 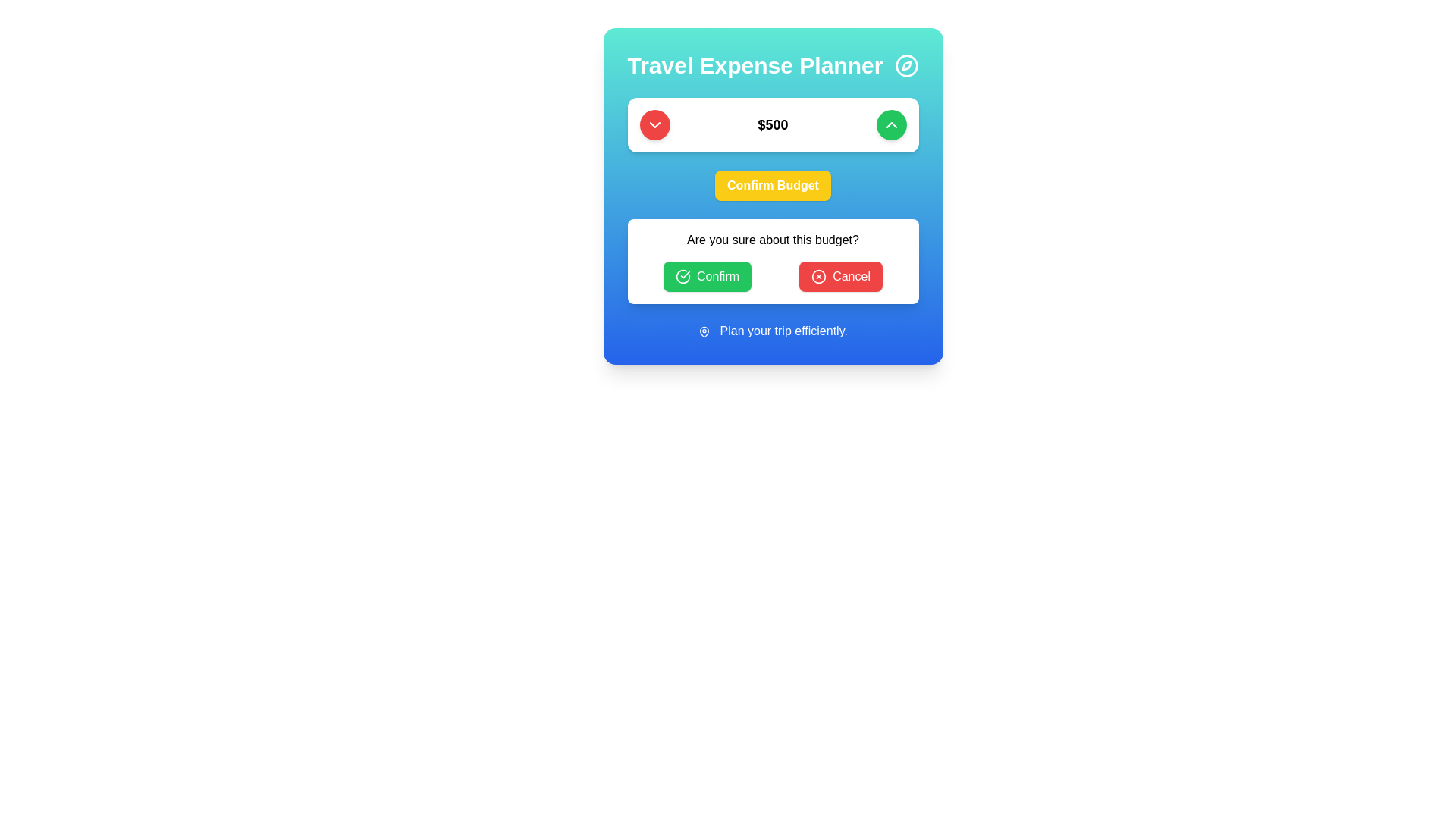 I want to click on the compass-shaped icon outlined in white, located in the top-right corner of the 'Travel Expense Planner' component, so click(x=906, y=65).